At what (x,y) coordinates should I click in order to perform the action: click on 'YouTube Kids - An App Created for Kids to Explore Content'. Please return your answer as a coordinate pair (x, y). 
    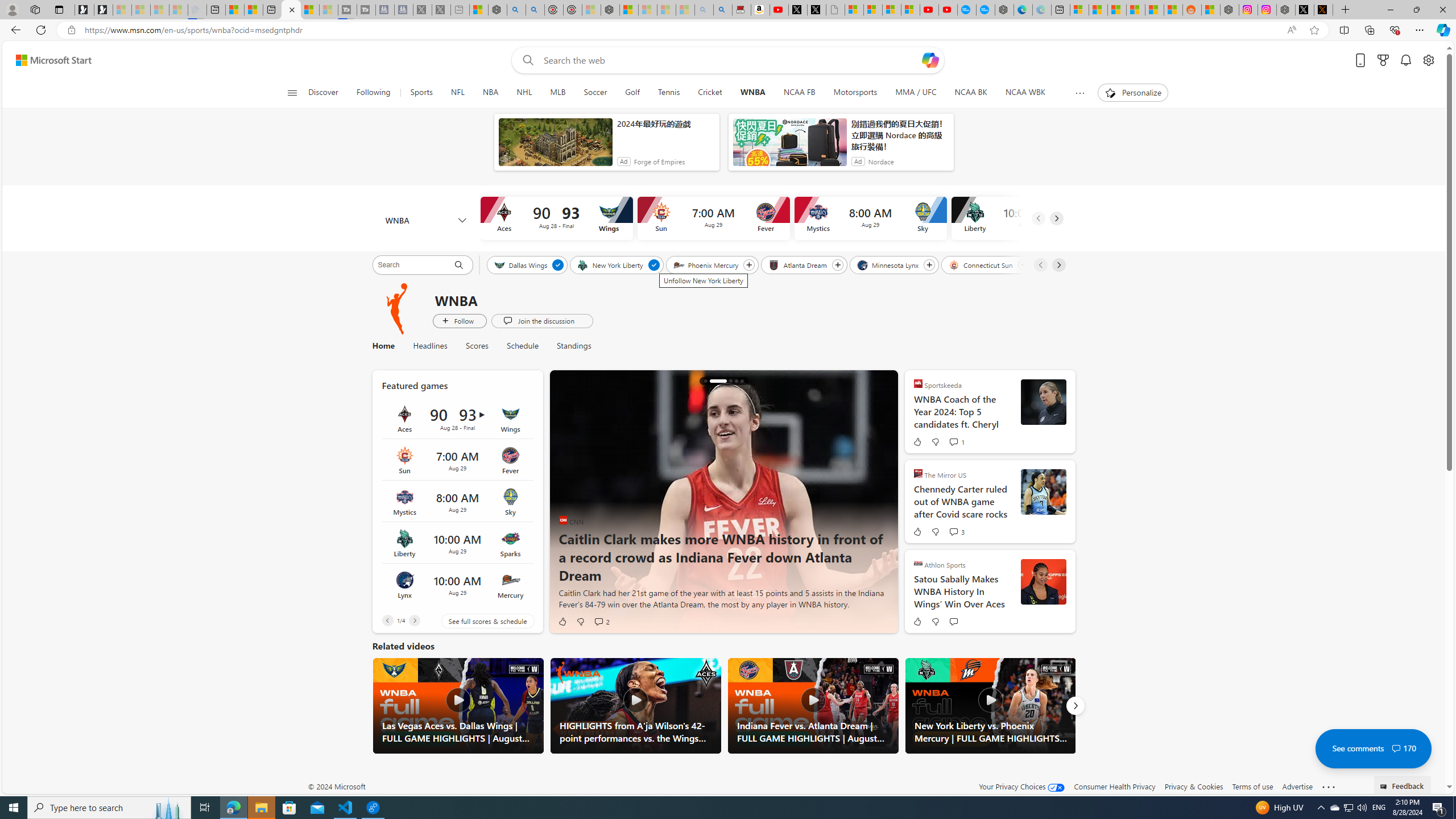
    Looking at the image, I should click on (948, 9).